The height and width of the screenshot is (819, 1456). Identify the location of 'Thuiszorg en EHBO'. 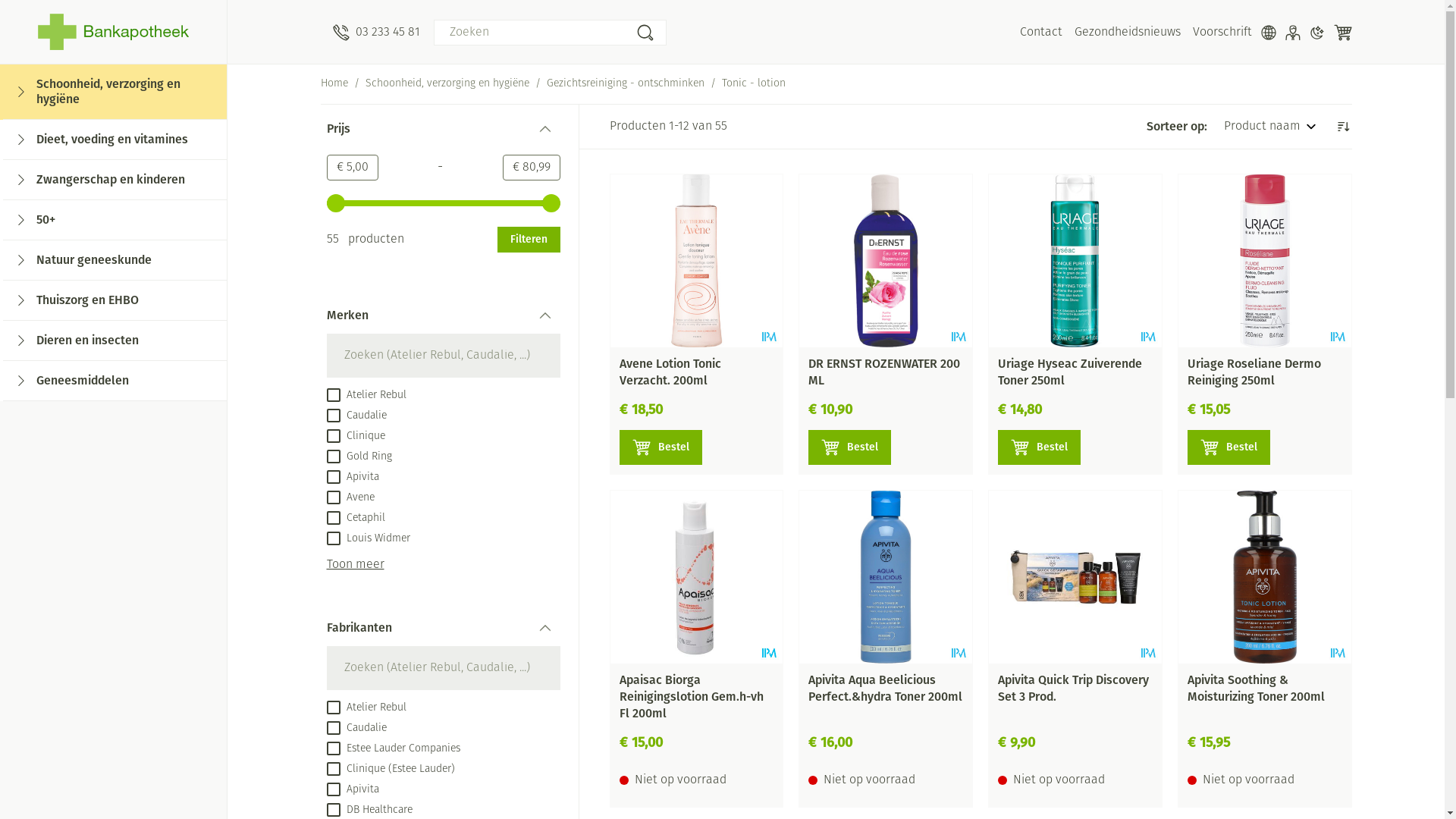
(114, 300).